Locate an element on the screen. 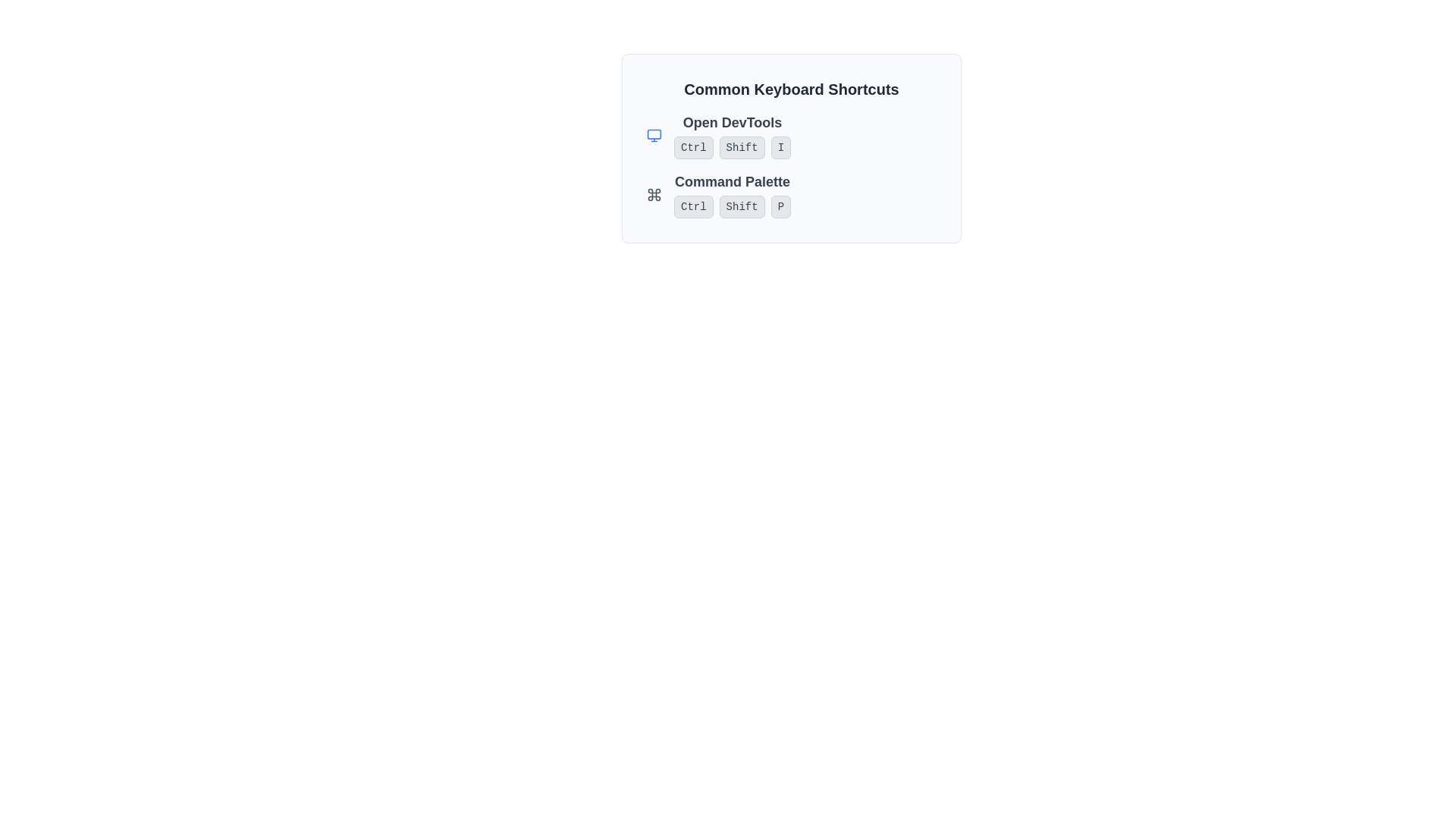 The height and width of the screenshot is (819, 1456). the small, square-shaped icon resembling a command or options symbol, located in the bottom row of the 'Common Keyboard Shortcuts' box, adjacent to the text 'Command Palette' is located at coordinates (654, 194).